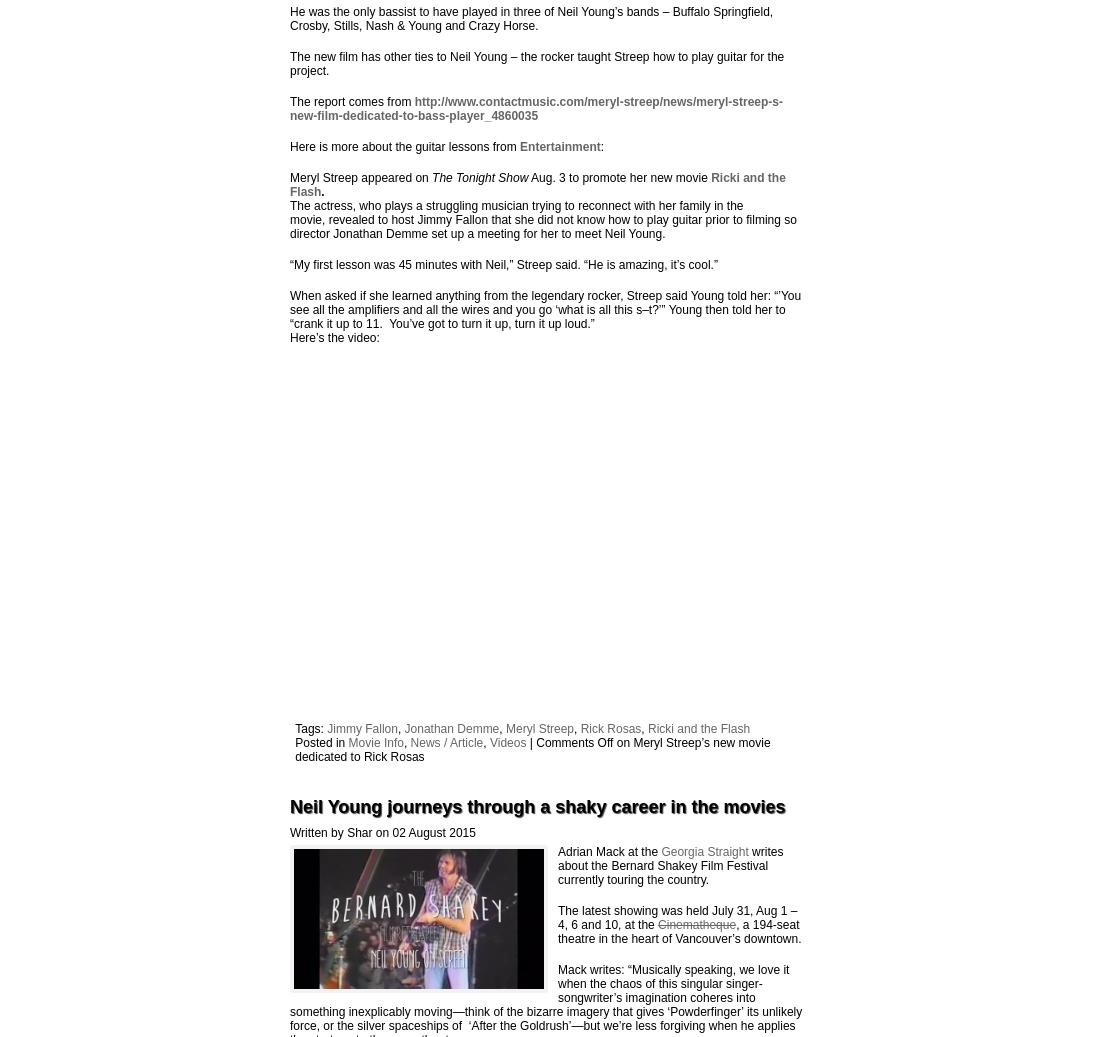 This screenshot has height=1037, width=1100. What do you see at coordinates (288, 176) in the screenshot?
I see `'Meryl Streep appeared on'` at bounding box center [288, 176].